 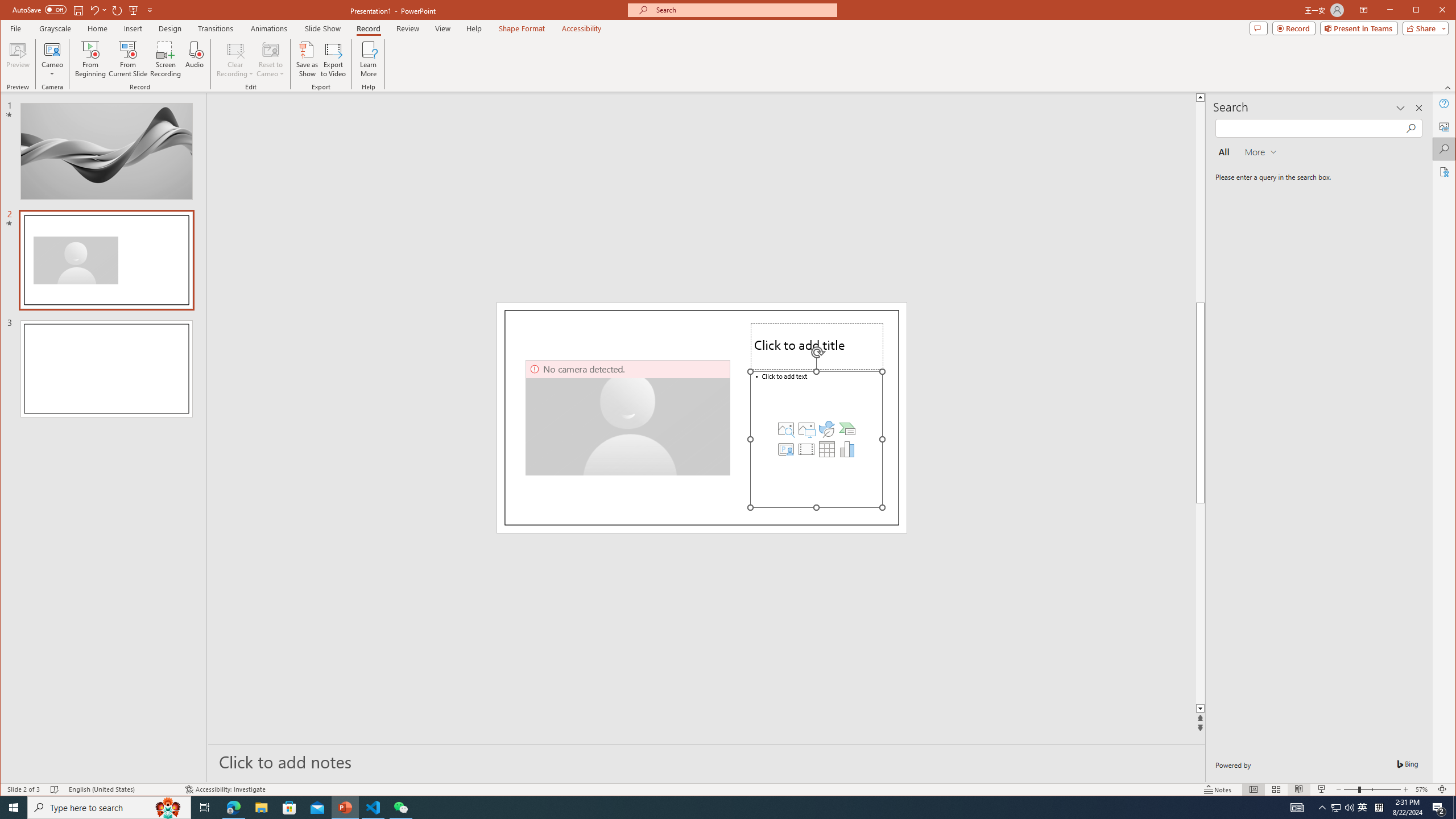 What do you see at coordinates (1322, 806) in the screenshot?
I see `'Notification Chevron'` at bounding box center [1322, 806].